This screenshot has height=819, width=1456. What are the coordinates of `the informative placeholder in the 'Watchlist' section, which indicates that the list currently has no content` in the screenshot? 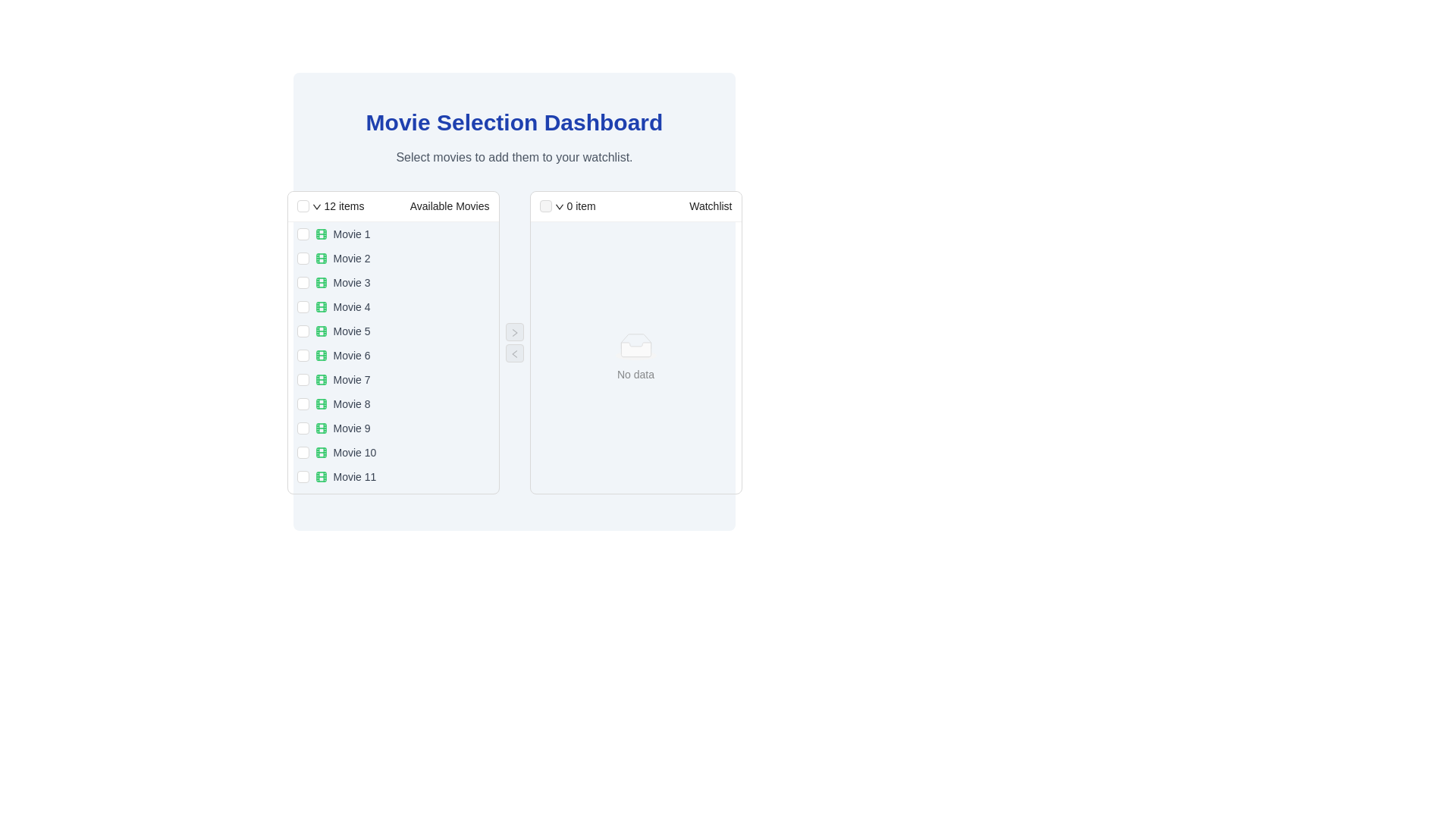 It's located at (635, 346).